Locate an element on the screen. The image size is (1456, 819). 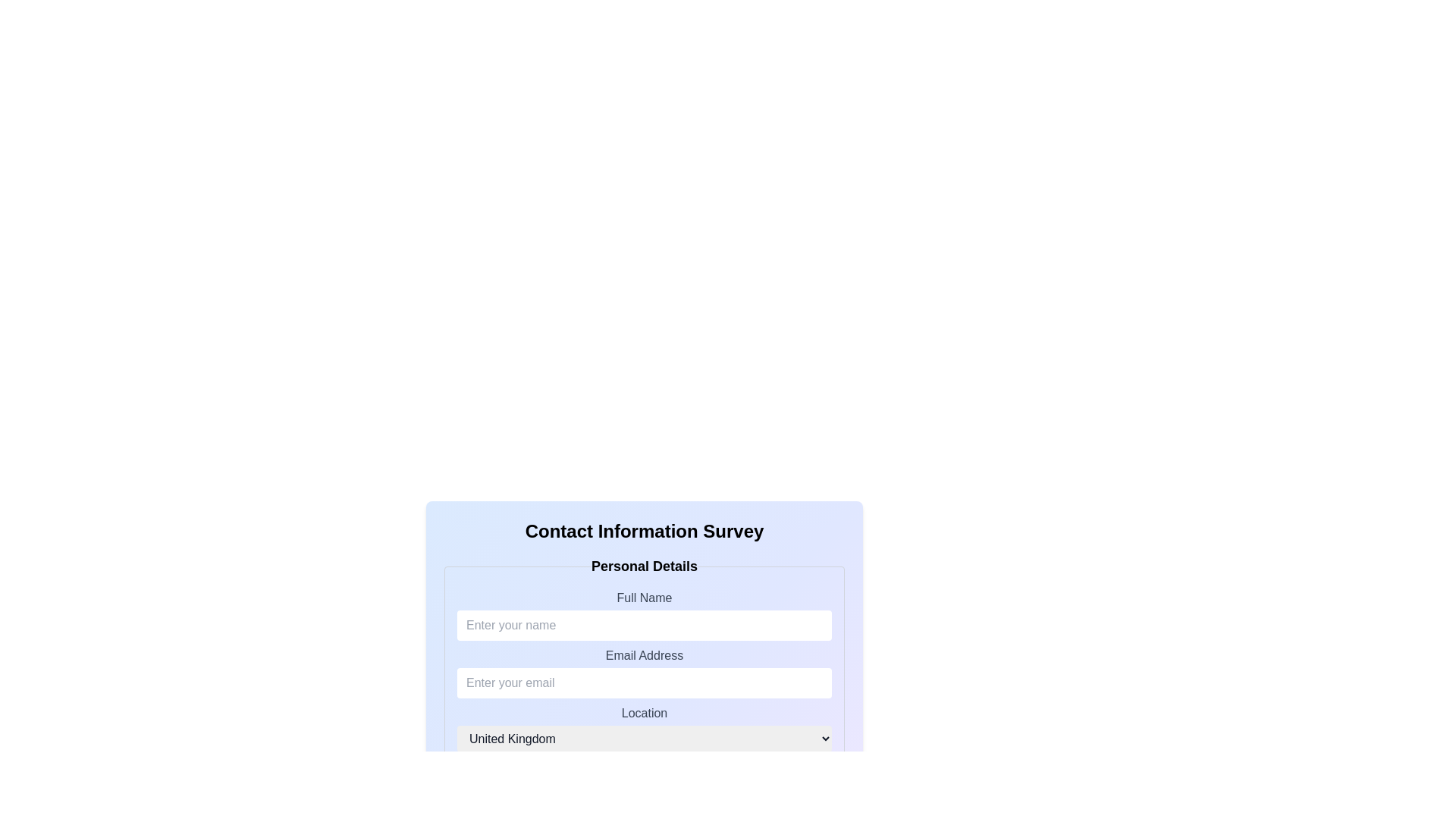
the text label displaying 'Location' which is styled with a gray font color and positioned above the 'United Kingdom' dropdown in the form section is located at coordinates (644, 713).